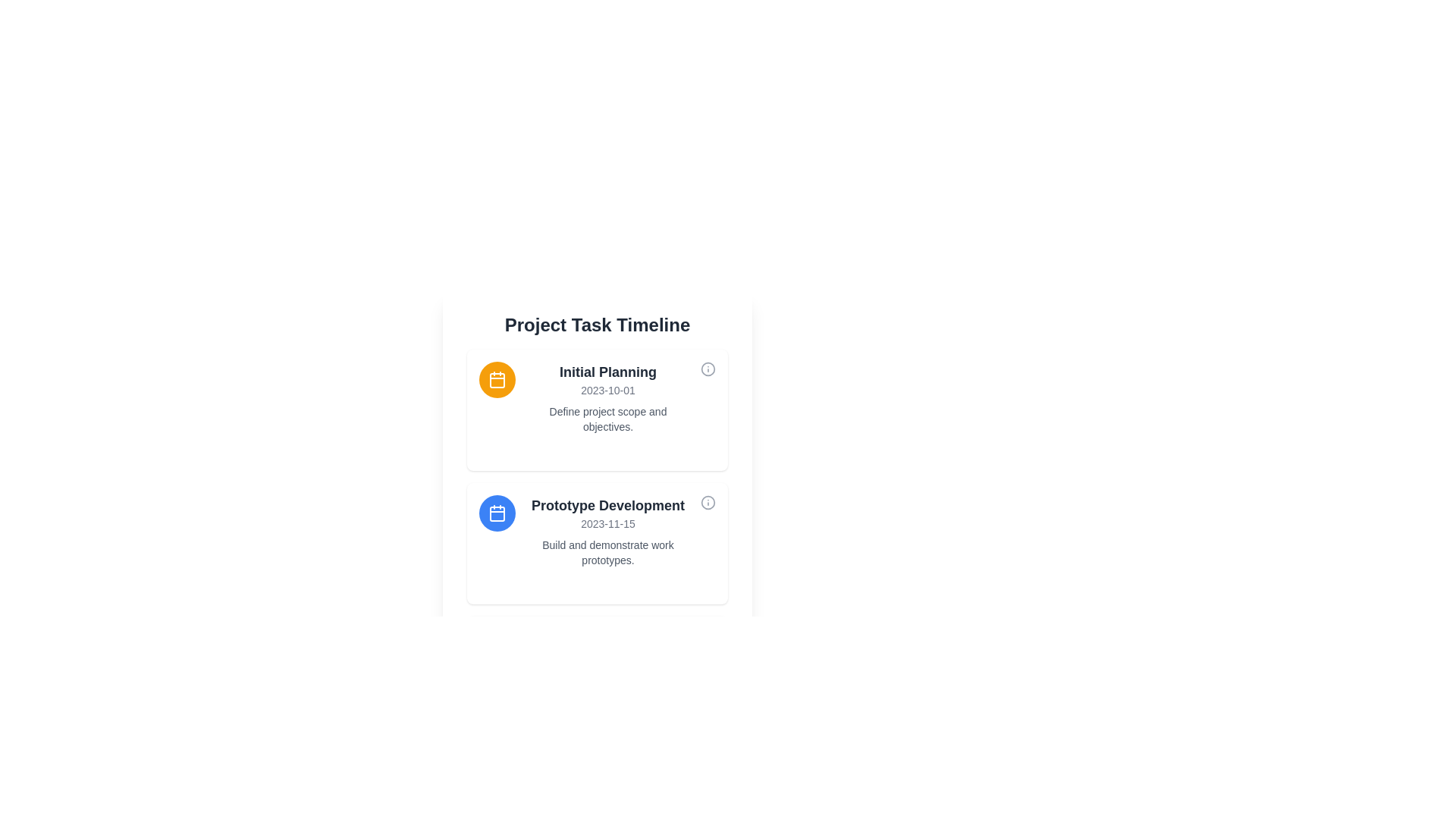 This screenshot has height=819, width=1456. What do you see at coordinates (607, 372) in the screenshot?
I see `the Text Label element that serves as the title for the 'Initial Planning' task card, positioned at the top of the card` at bounding box center [607, 372].